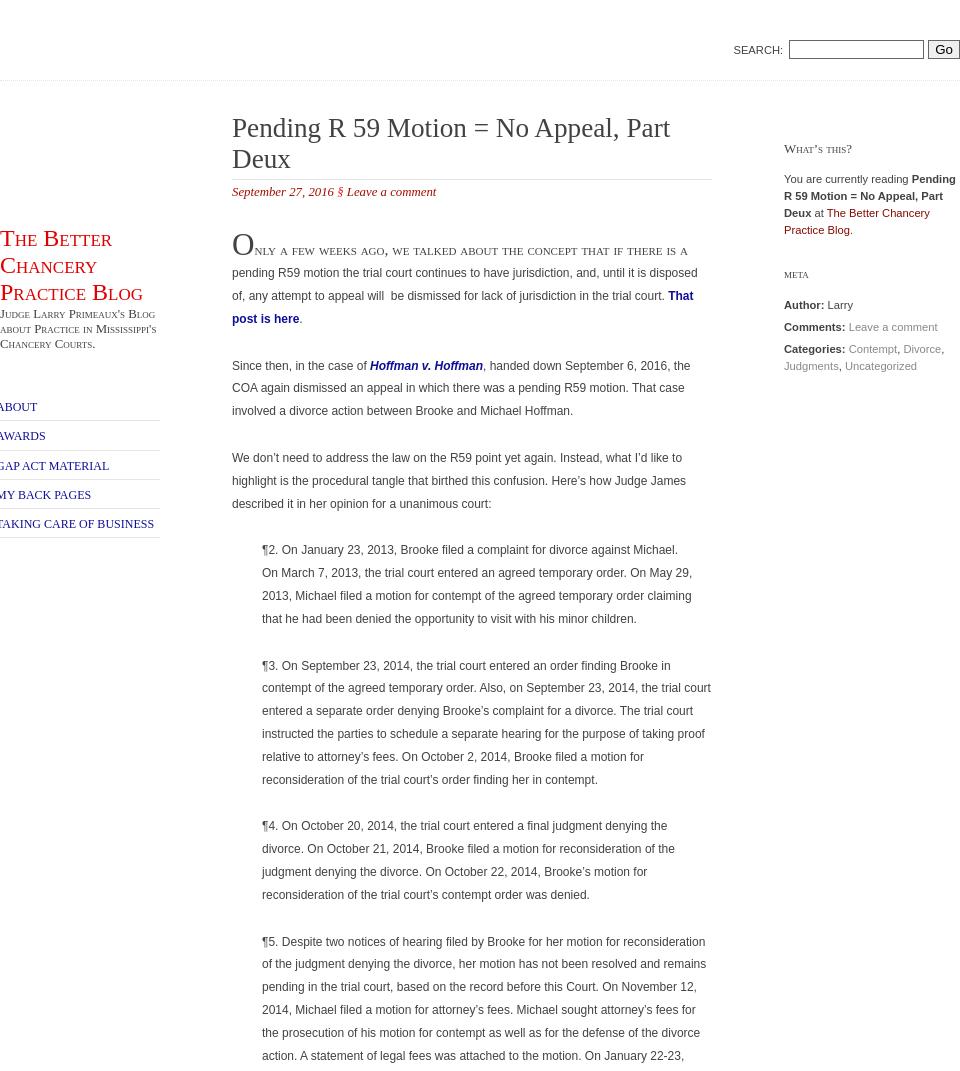 Image resolution: width=960 pixels, height=1071 pixels. What do you see at coordinates (757, 49) in the screenshot?
I see `'Search:'` at bounding box center [757, 49].